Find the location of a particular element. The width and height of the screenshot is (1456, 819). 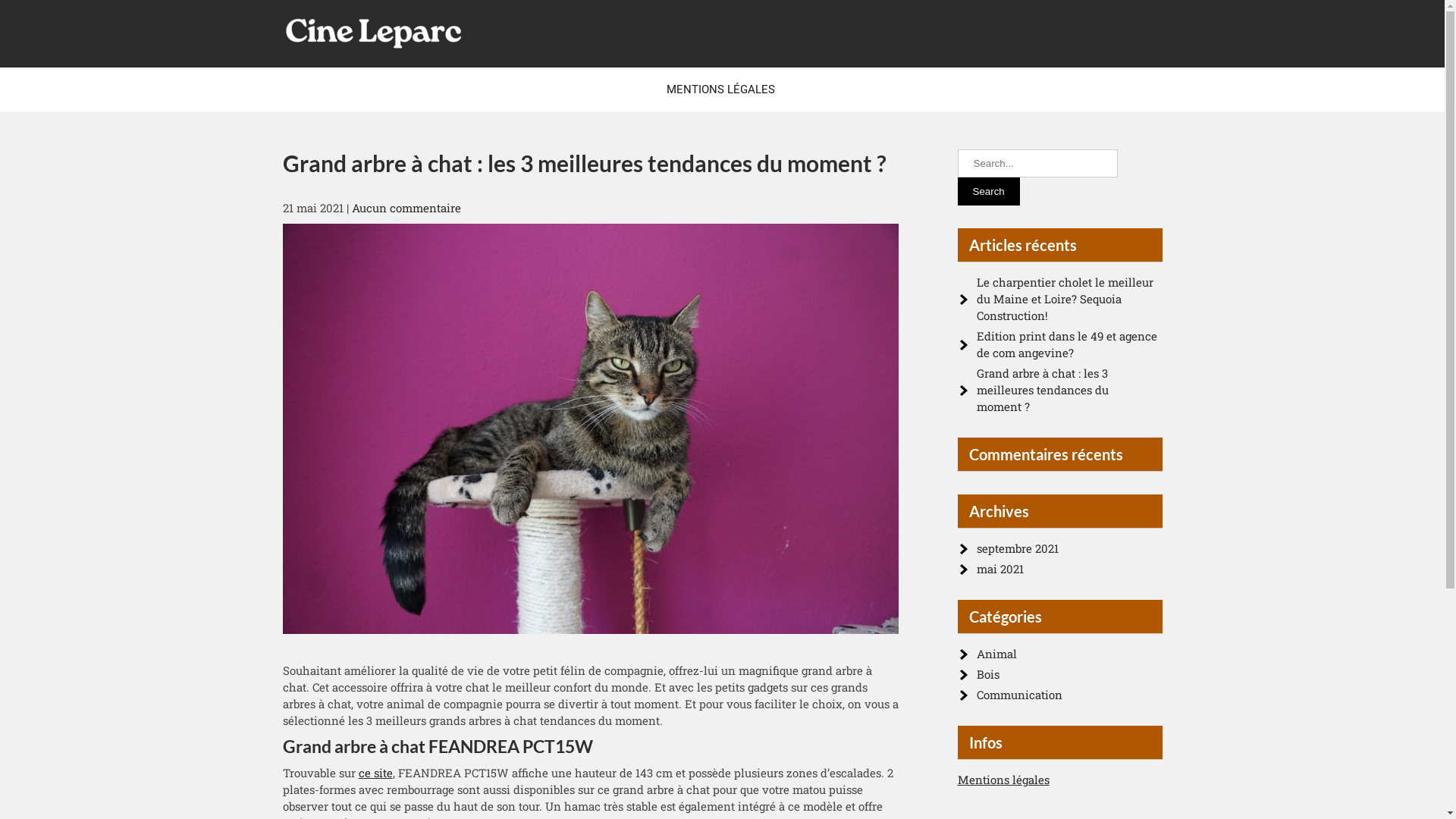

'Edition print dans le 49 et agence de com angevine?' is located at coordinates (1065, 344).